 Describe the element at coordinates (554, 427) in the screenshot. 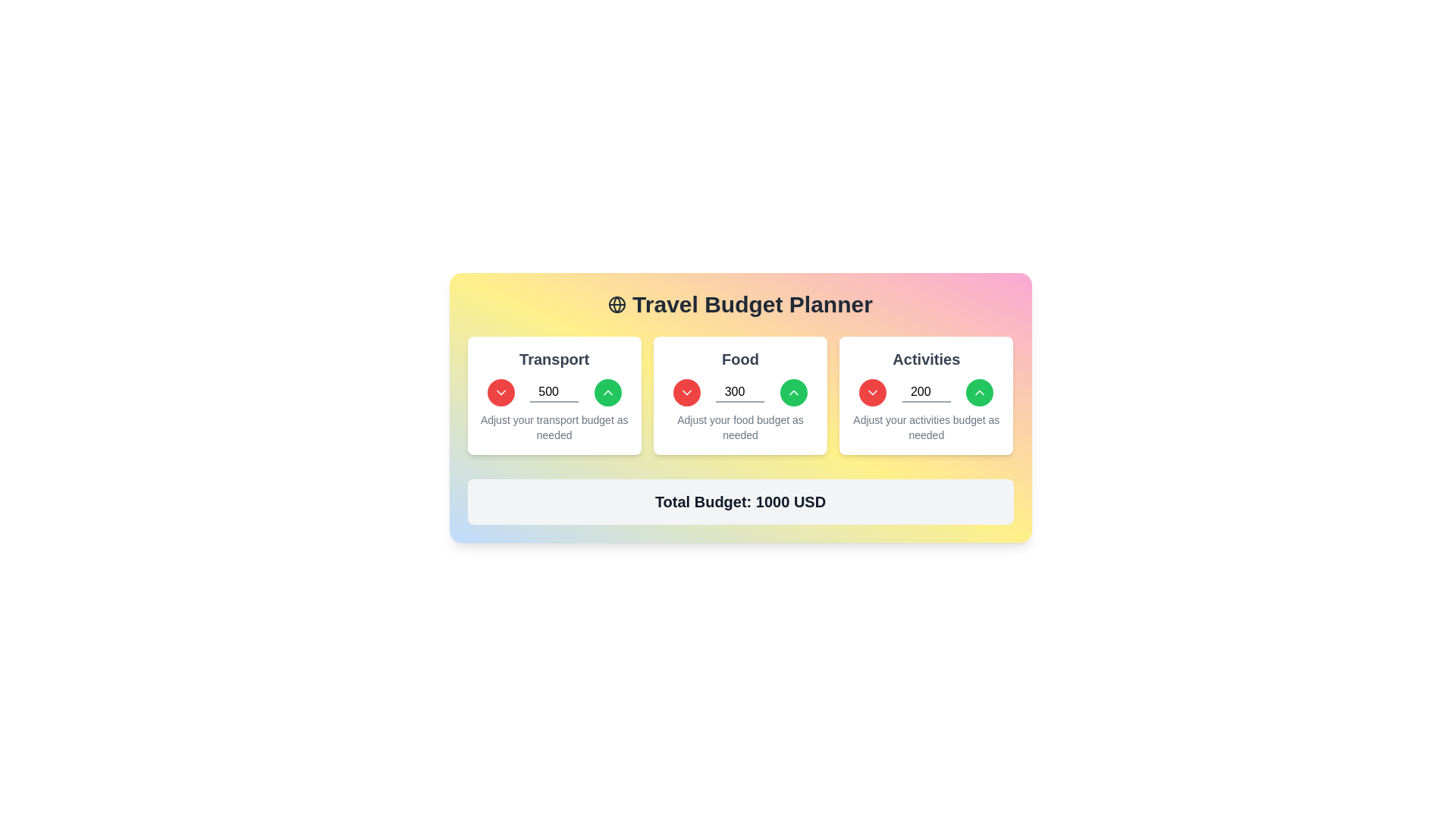

I see `the instruction label located at the bottom of the 'Transport' budget panel, which provides hints for adjusting the transport budget` at that location.